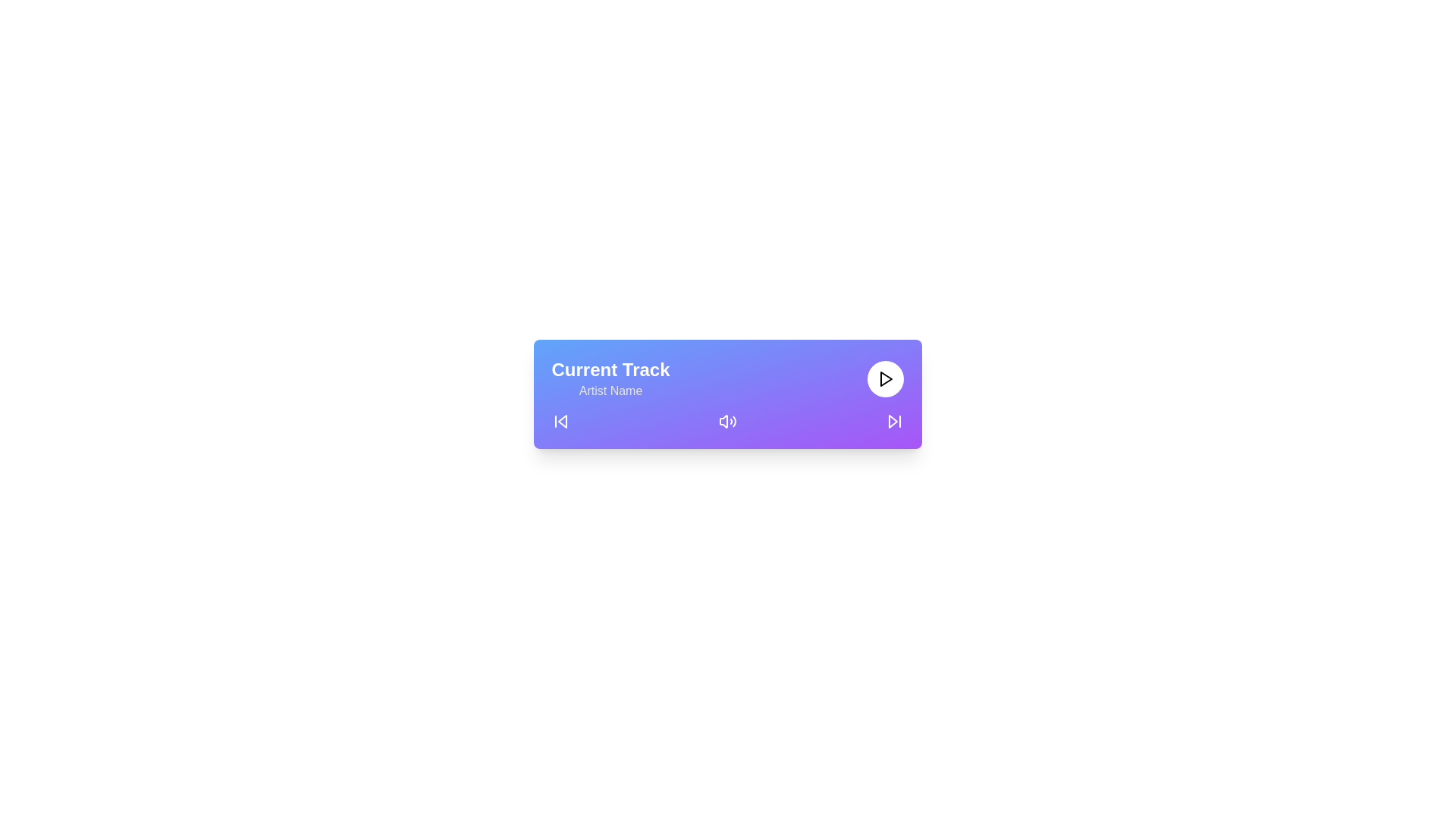  Describe the element at coordinates (610, 378) in the screenshot. I see `the two-line text label displaying 'Current Track' in bold white and 'Artist Name' in gray, located at the top-left of the music player interface` at that location.